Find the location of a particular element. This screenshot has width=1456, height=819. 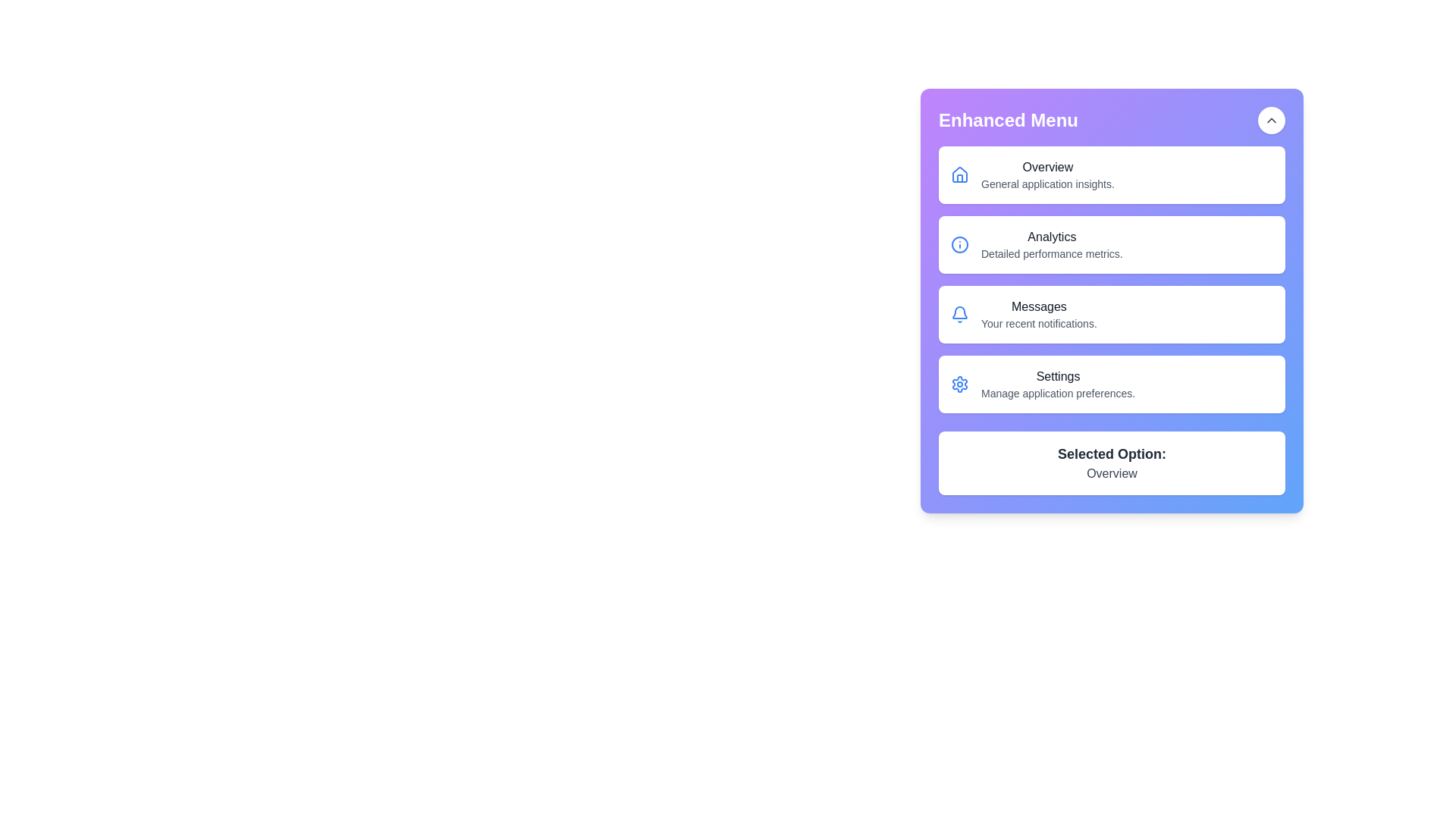

the button located at the top right corner of the 'Enhanced Menu' section, adjacent to the title text 'Enhanced Menu', to observe its styling change is located at coordinates (1271, 119).